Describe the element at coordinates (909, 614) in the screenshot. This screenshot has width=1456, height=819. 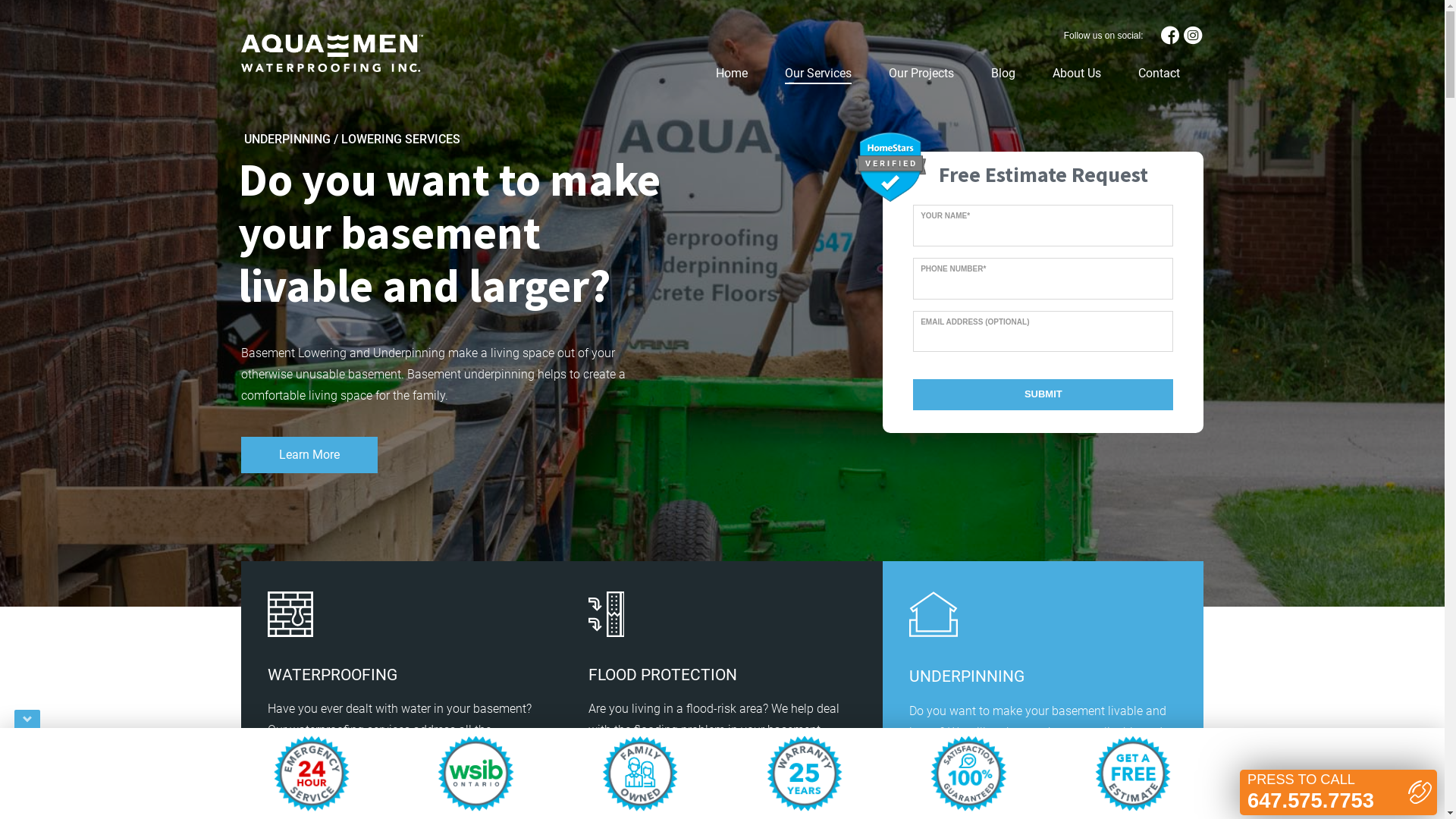
I see `'Aquamen-lowering-underpinning'` at that location.